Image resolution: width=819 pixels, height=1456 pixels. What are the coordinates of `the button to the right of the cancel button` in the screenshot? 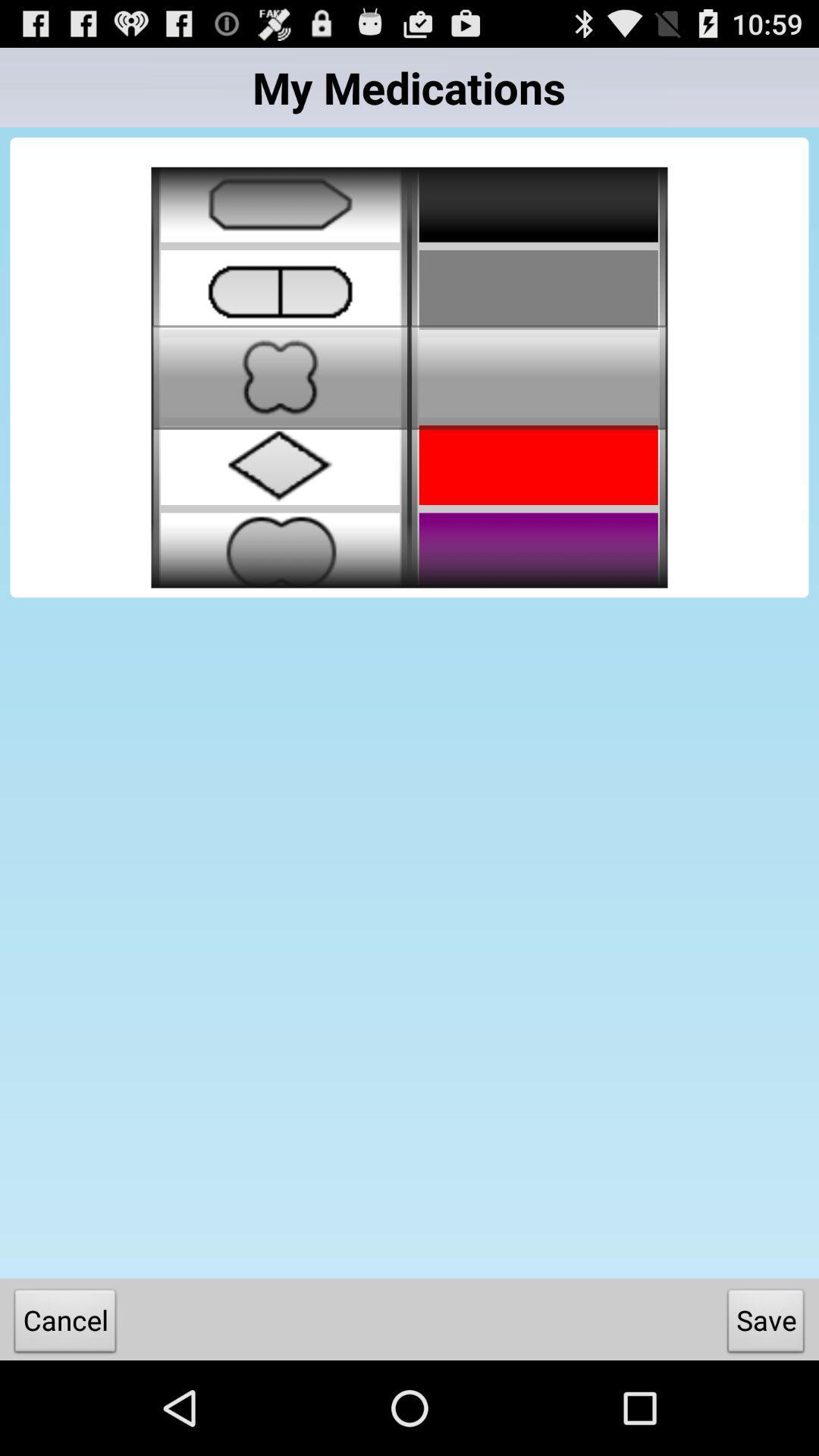 It's located at (766, 1323).